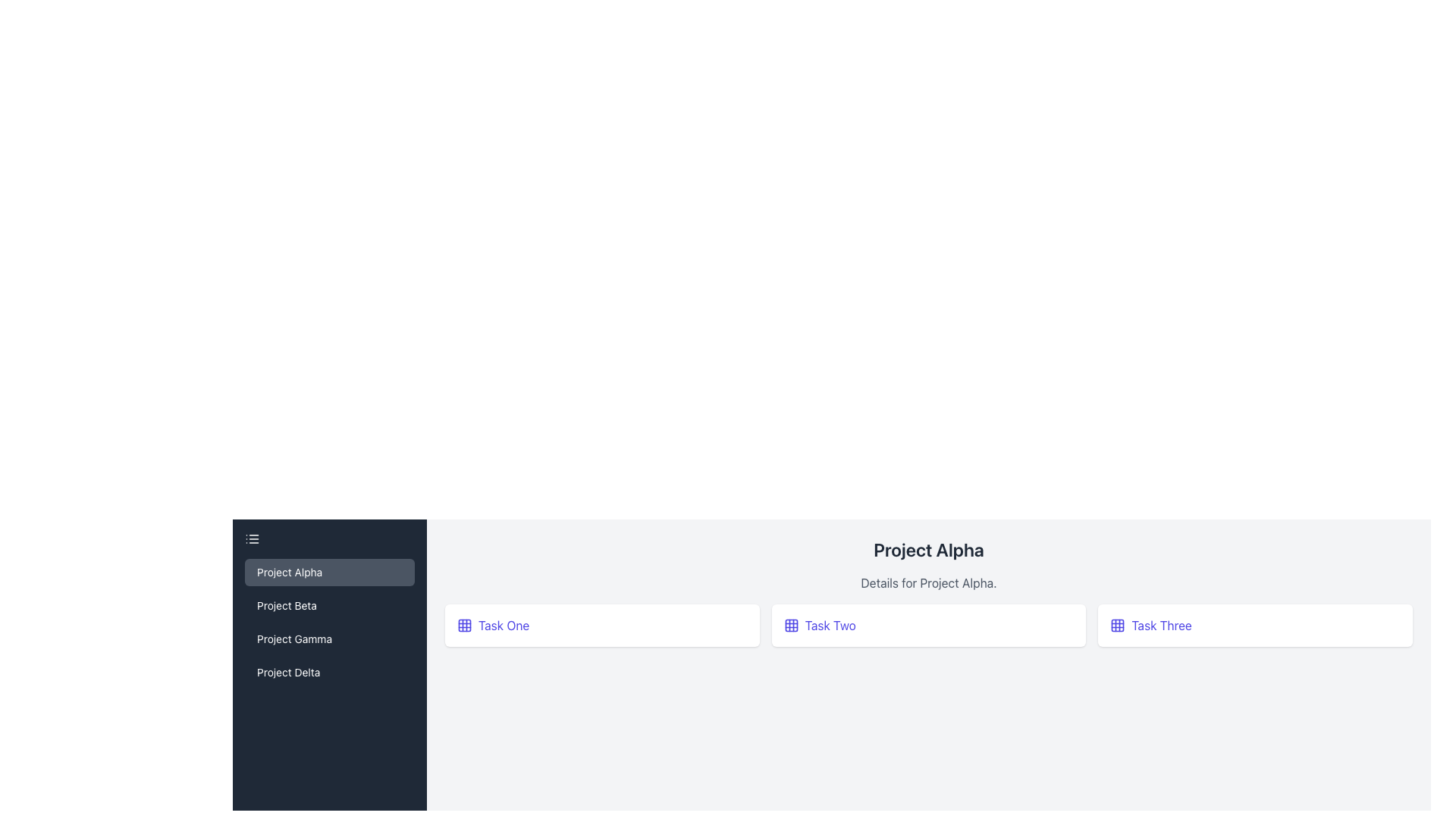 The image size is (1456, 819). I want to click on the blue square-shaped icon with a grid-like pattern located at the center of the 'Task Two' card, so click(790, 626).